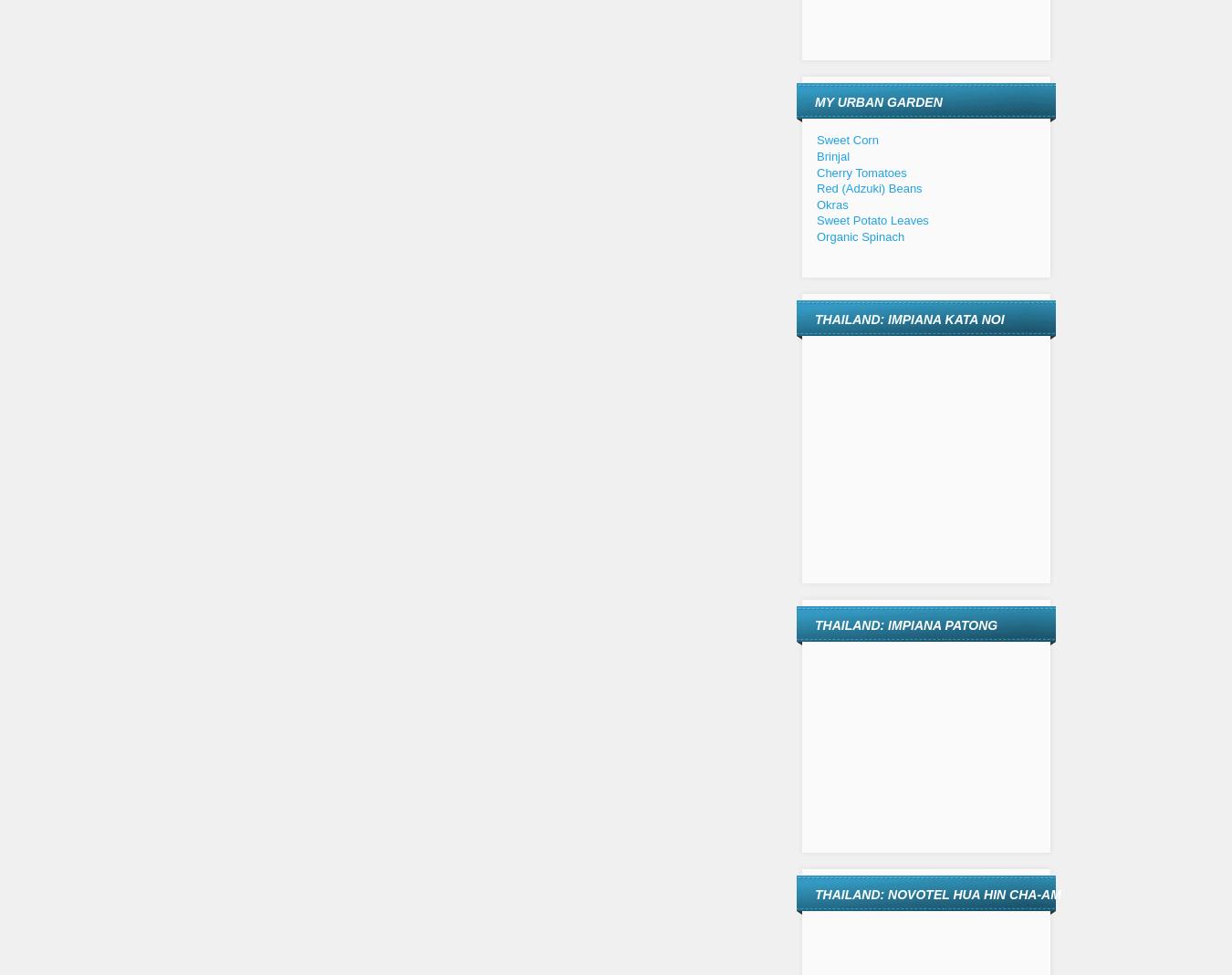 This screenshot has height=975, width=1232. I want to click on 'Thailand: Novotel Hua Hin Cha-Am', so click(937, 894).